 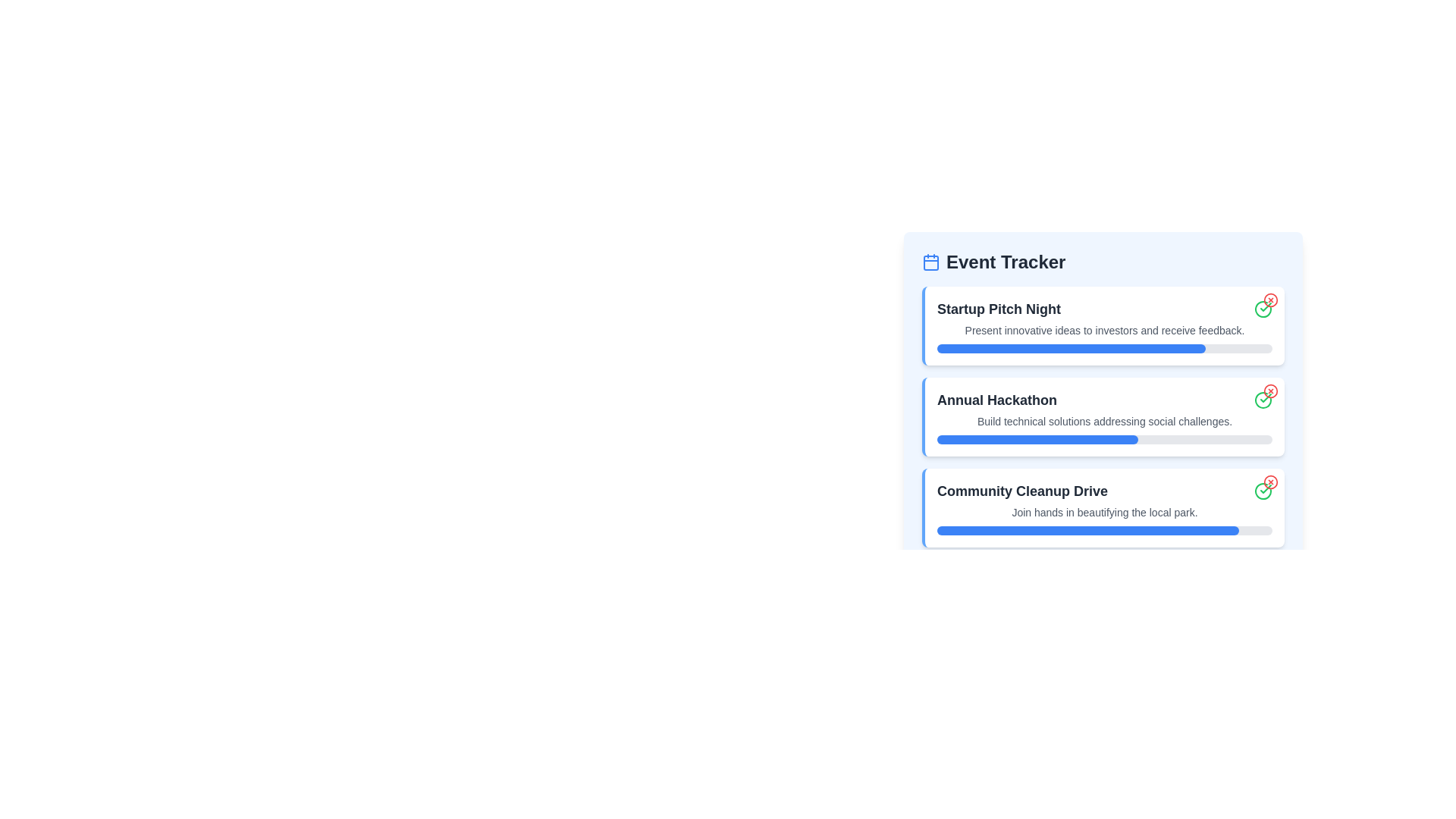 I want to click on text located directly underneath the title 'Startup Pitch Night' in the second line of the 'Startup Pitch Night' card, so click(x=1105, y=329).